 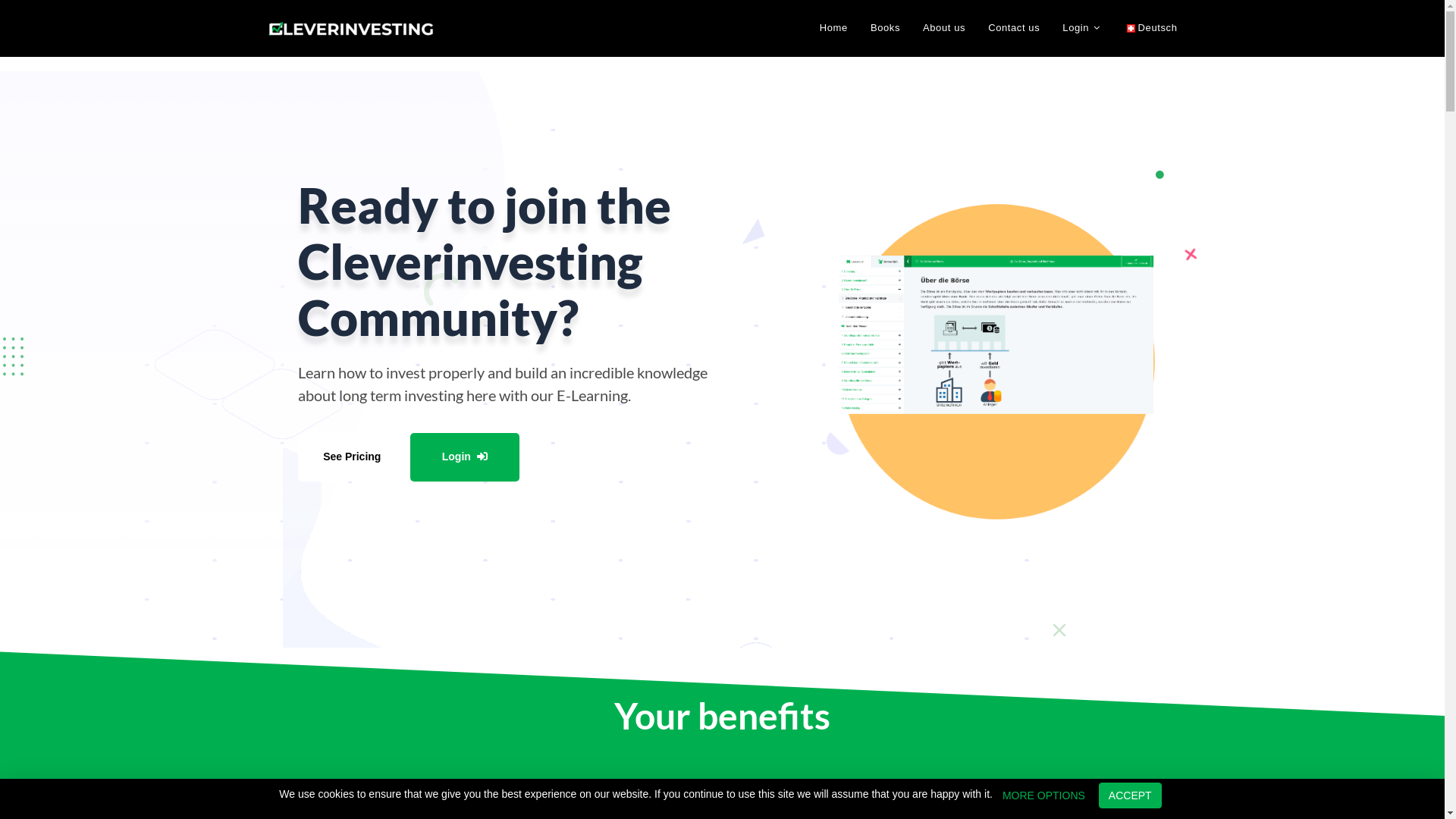 What do you see at coordinates (351, 456) in the screenshot?
I see `'See Pricing'` at bounding box center [351, 456].